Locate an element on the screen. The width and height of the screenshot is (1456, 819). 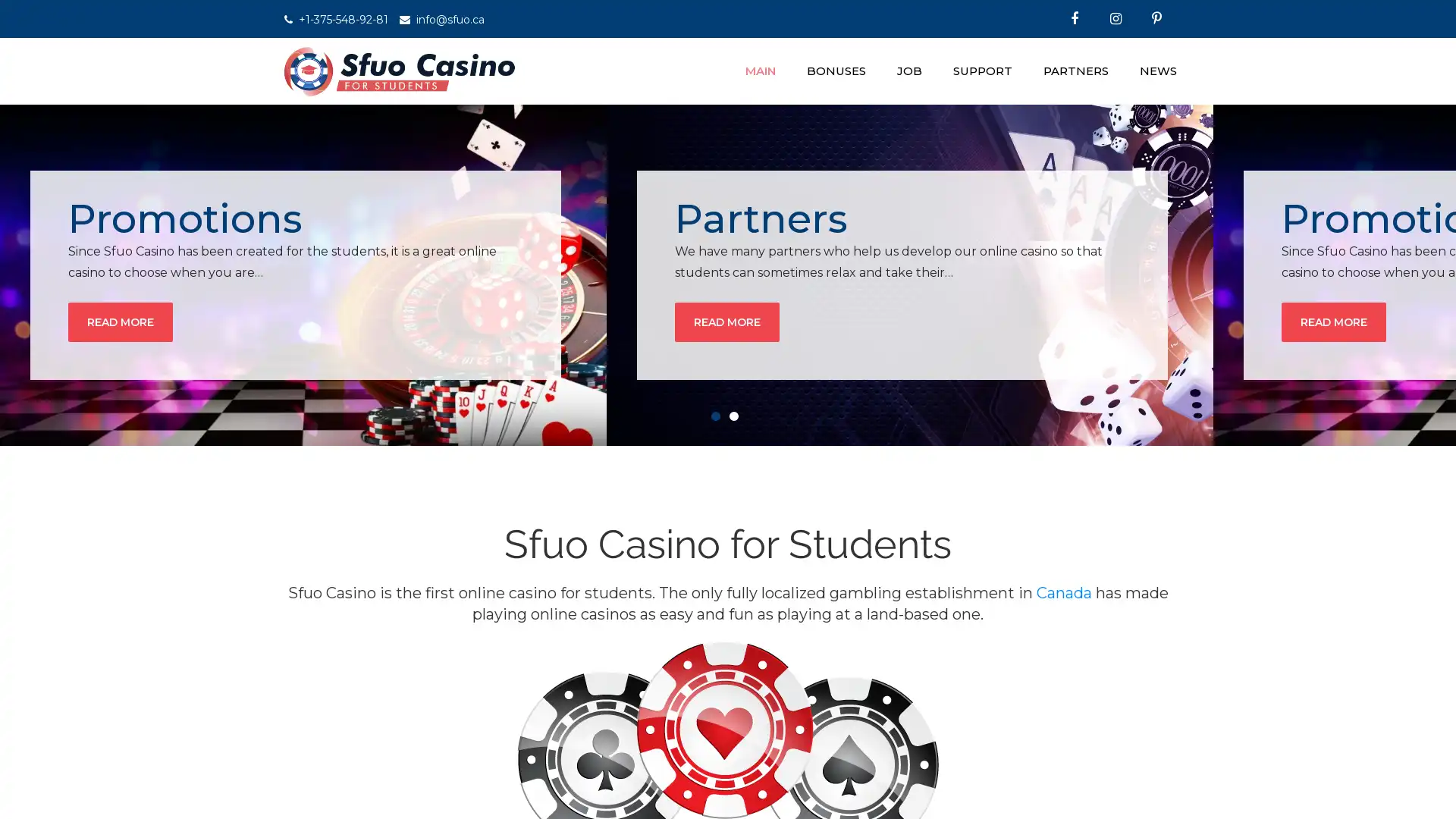
1 is located at coordinates (718, 419).